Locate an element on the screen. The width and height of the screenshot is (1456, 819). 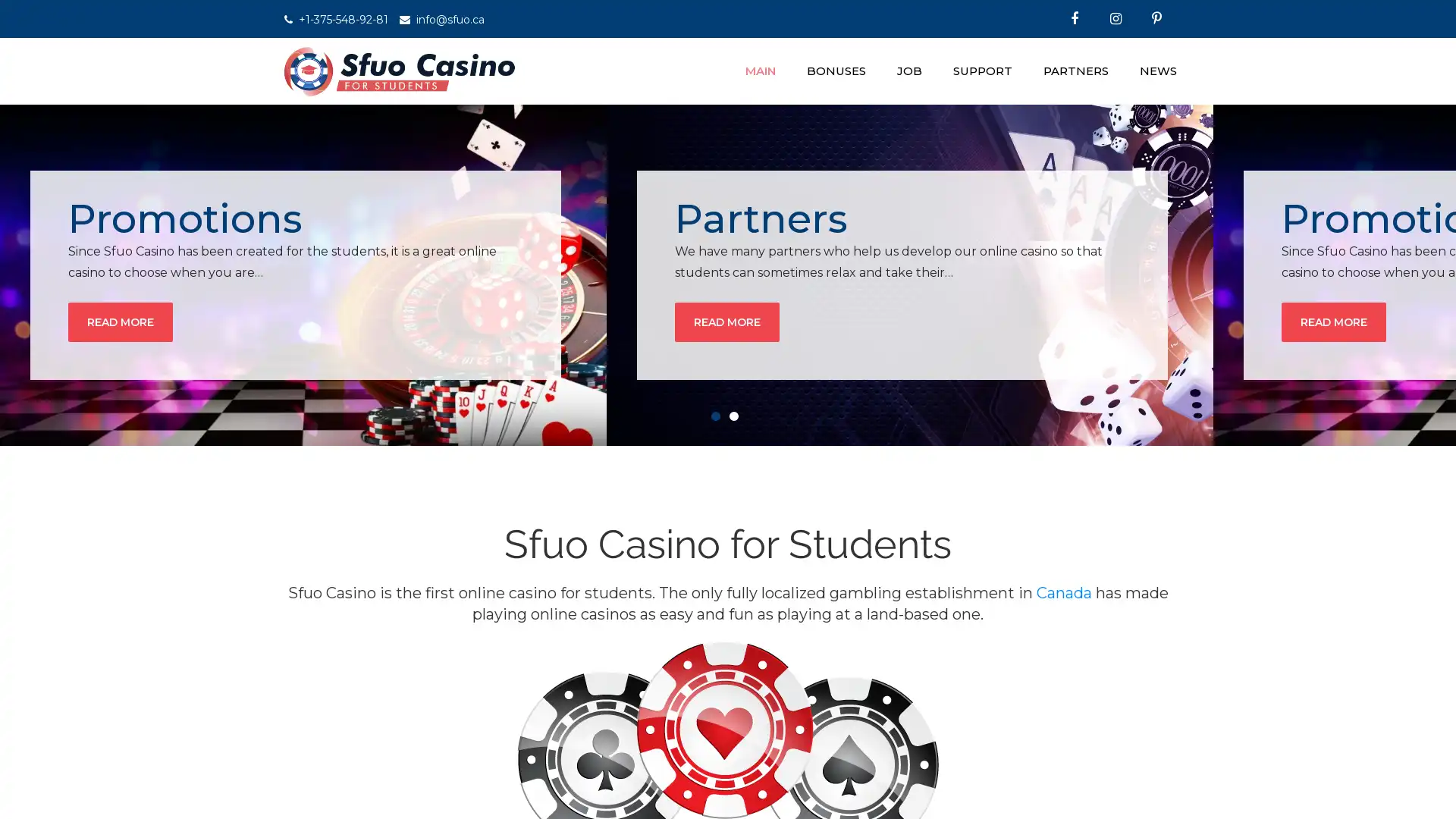
1 is located at coordinates (718, 419).